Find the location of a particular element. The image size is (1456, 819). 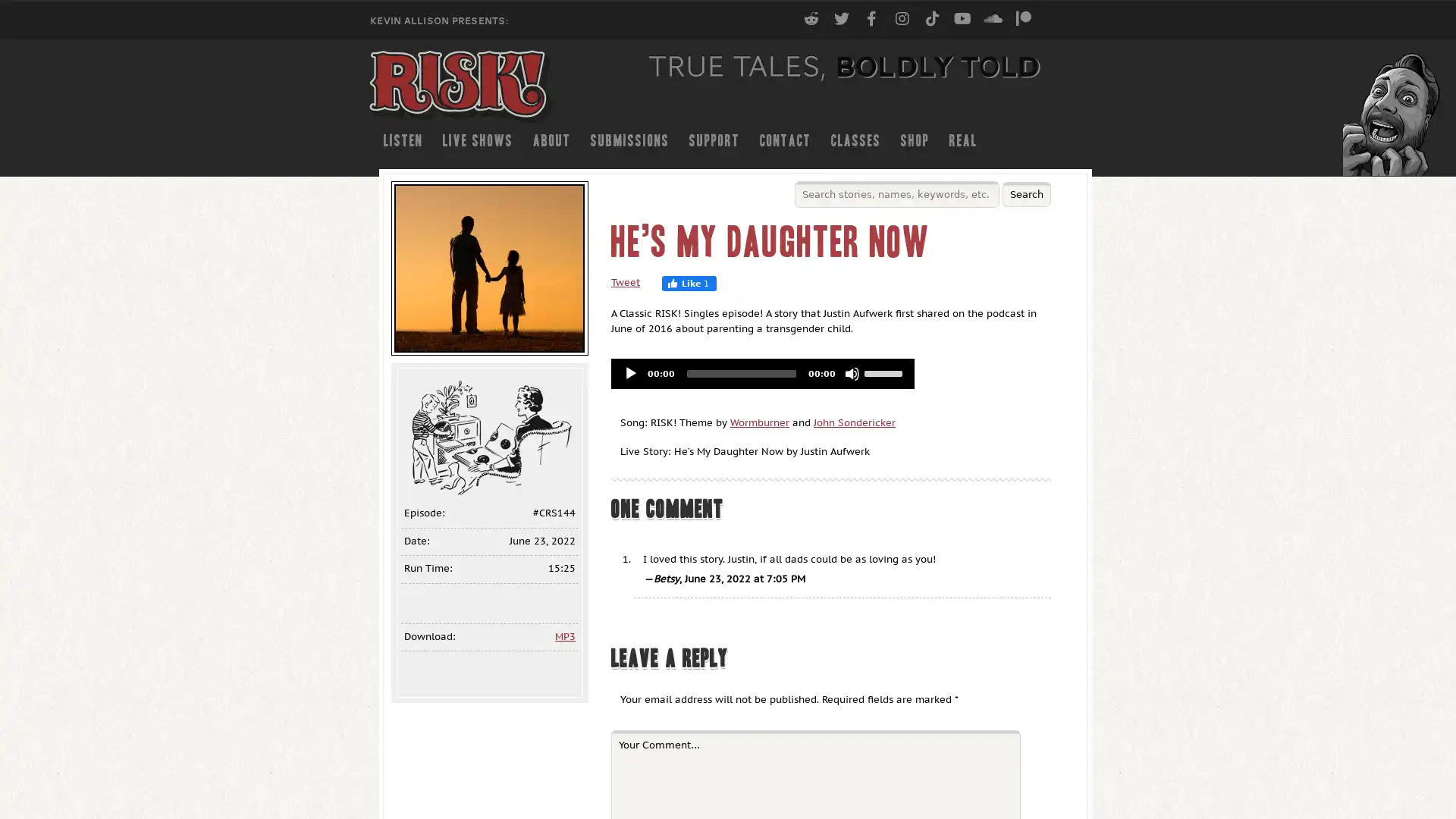

Mute is located at coordinates (852, 374).